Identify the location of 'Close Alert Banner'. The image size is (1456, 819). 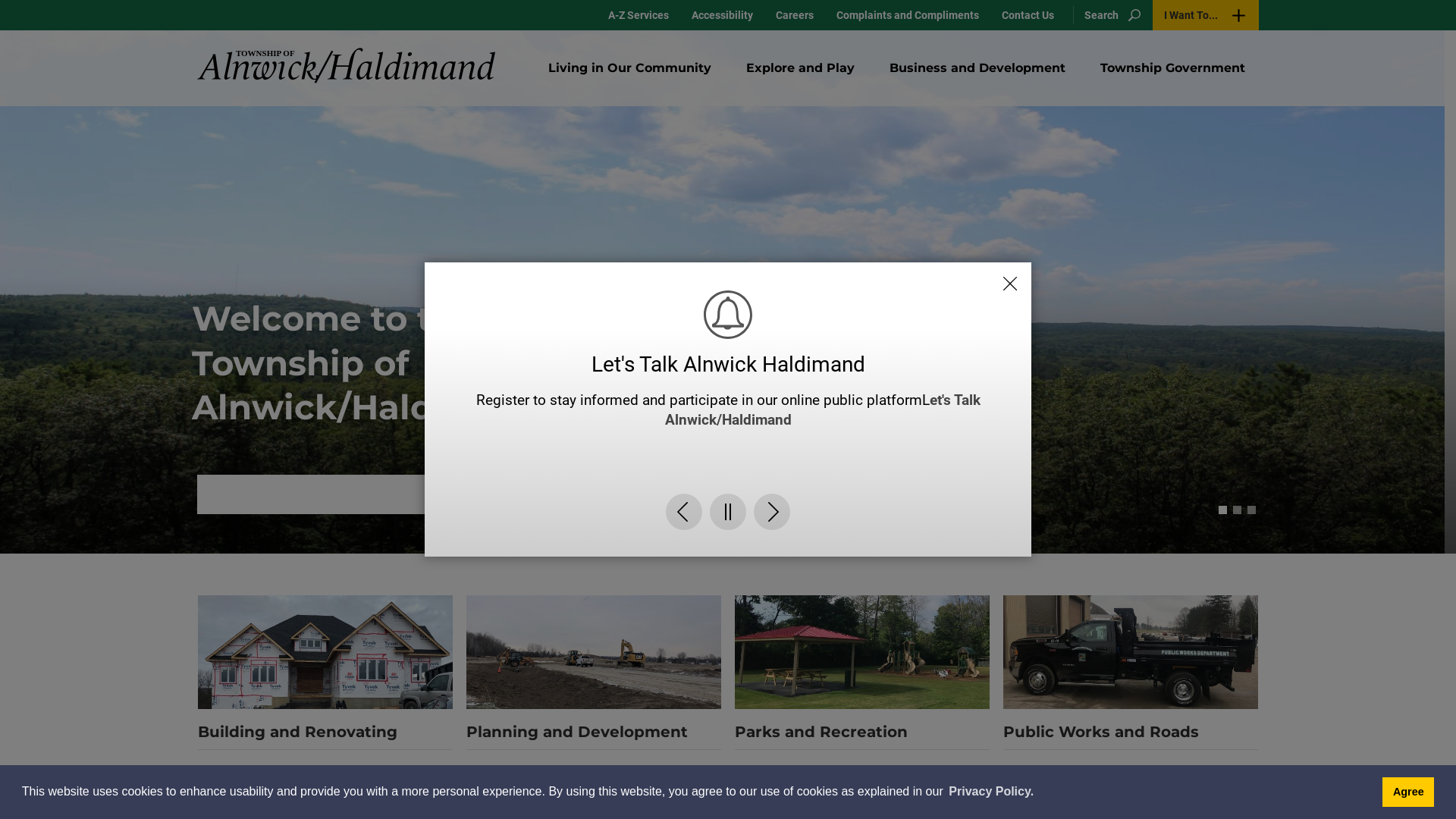
(1009, 268).